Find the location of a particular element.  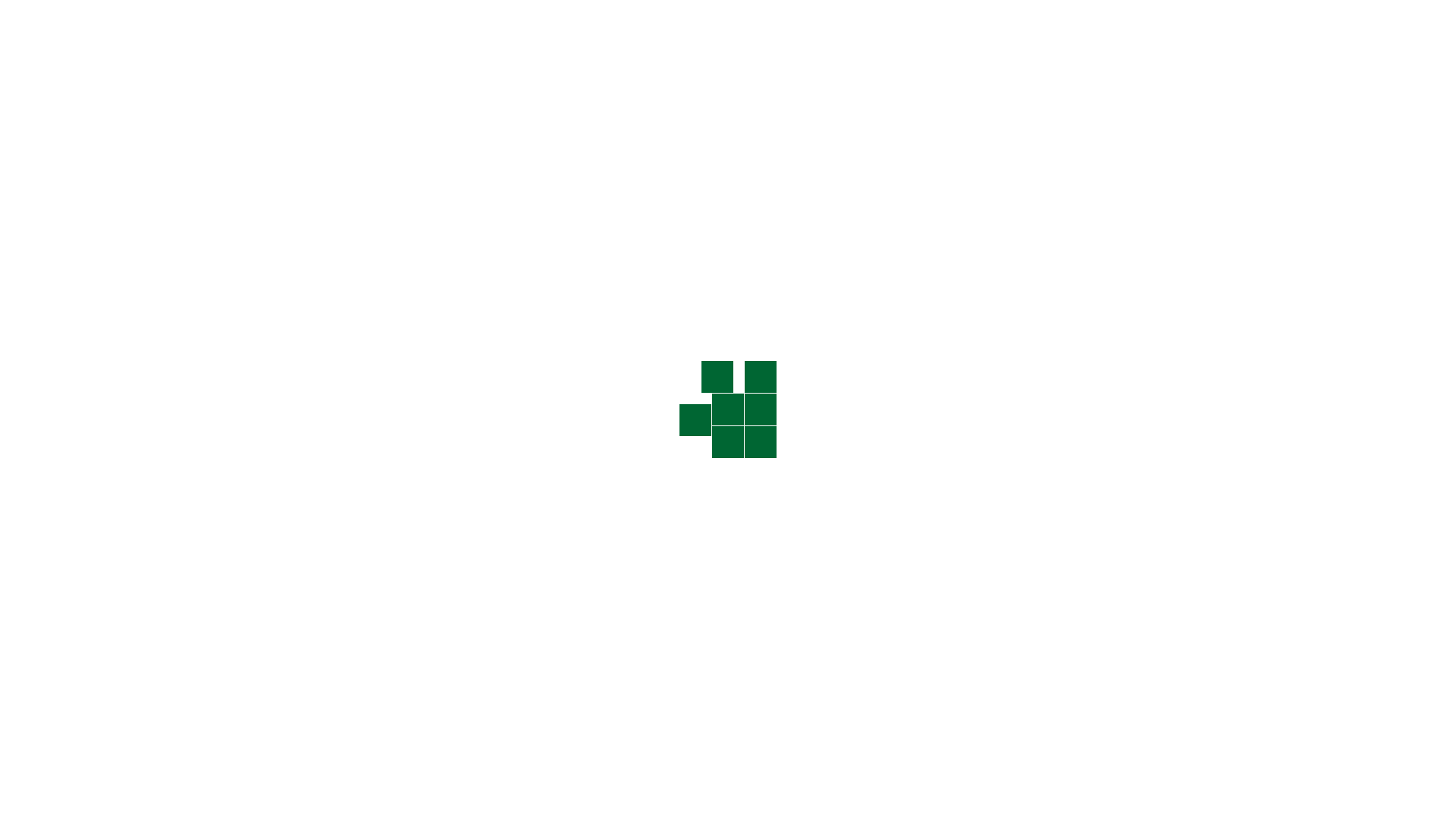

' 08 8284 8333' is located at coordinates (870, 24).